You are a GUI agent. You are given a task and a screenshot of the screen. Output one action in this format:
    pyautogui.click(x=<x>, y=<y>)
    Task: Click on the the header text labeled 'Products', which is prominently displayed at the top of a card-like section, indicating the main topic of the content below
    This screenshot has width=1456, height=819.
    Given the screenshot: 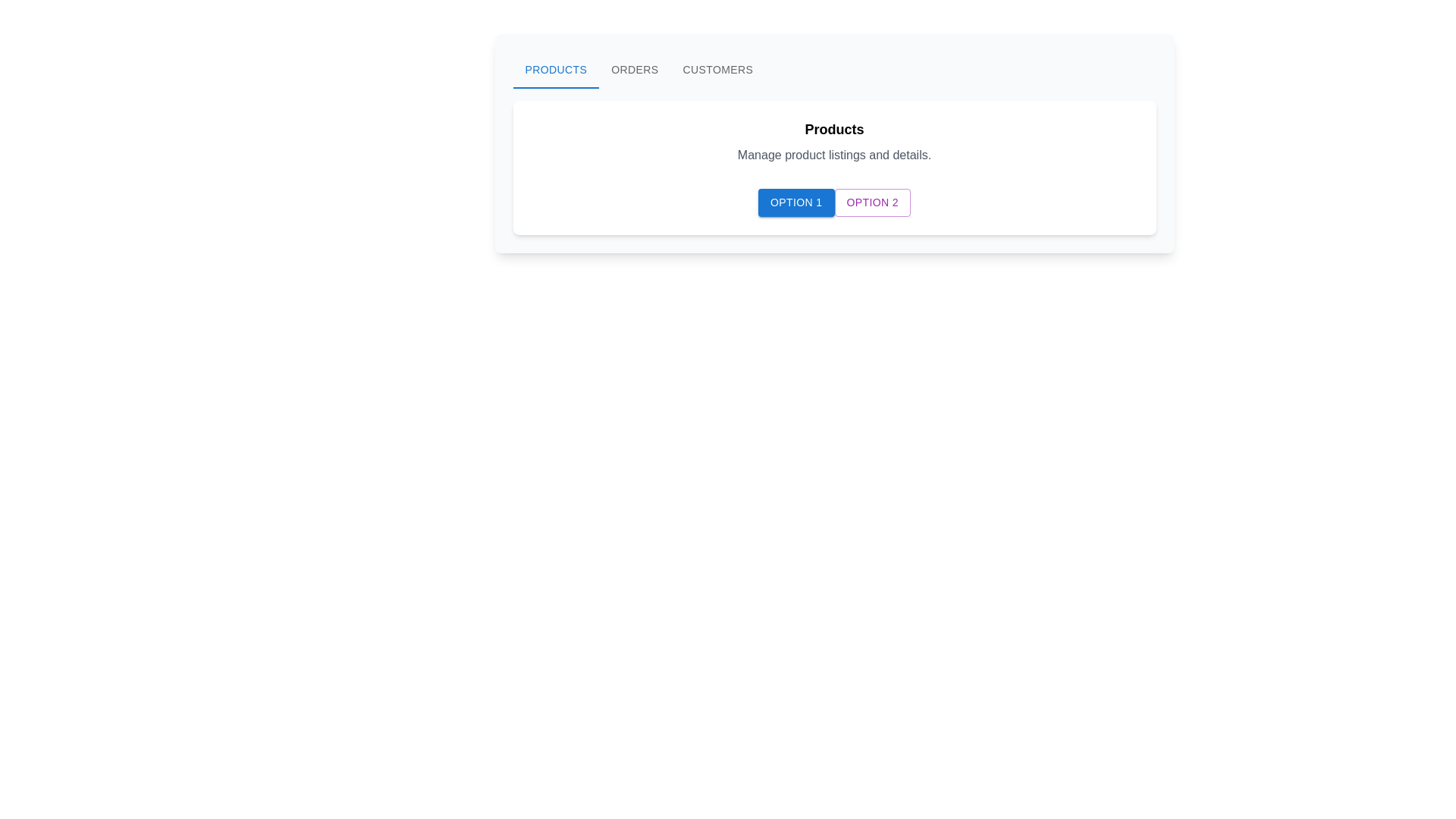 What is the action you would take?
    pyautogui.click(x=833, y=128)
    